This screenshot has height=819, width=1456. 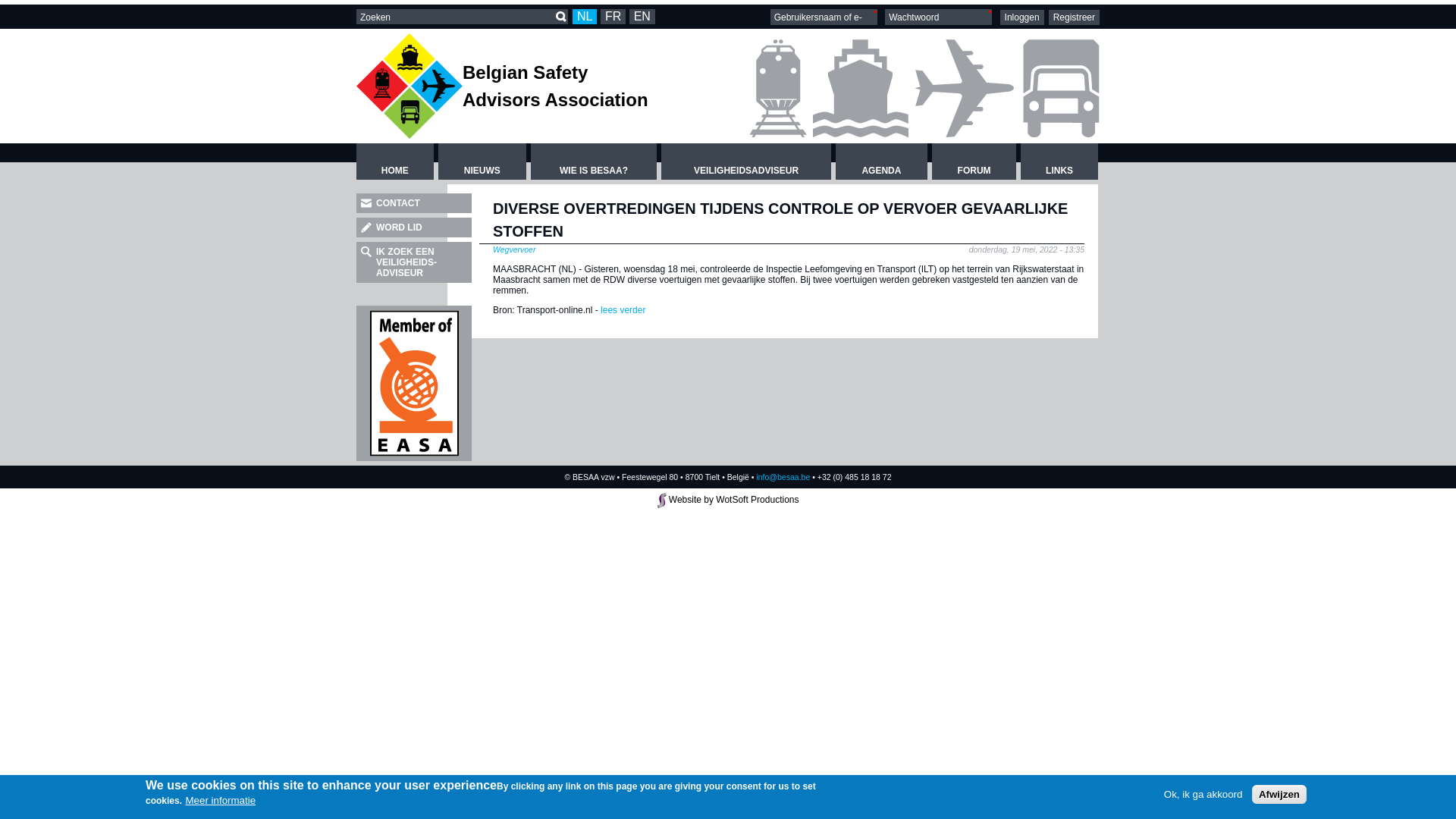 What do you see at coordinates (356, 262) in the screenshot?
I see `'IK ZOEK EEN VEILIGHEIDS-ADVISEUR'` at bounding box center [356, 262].